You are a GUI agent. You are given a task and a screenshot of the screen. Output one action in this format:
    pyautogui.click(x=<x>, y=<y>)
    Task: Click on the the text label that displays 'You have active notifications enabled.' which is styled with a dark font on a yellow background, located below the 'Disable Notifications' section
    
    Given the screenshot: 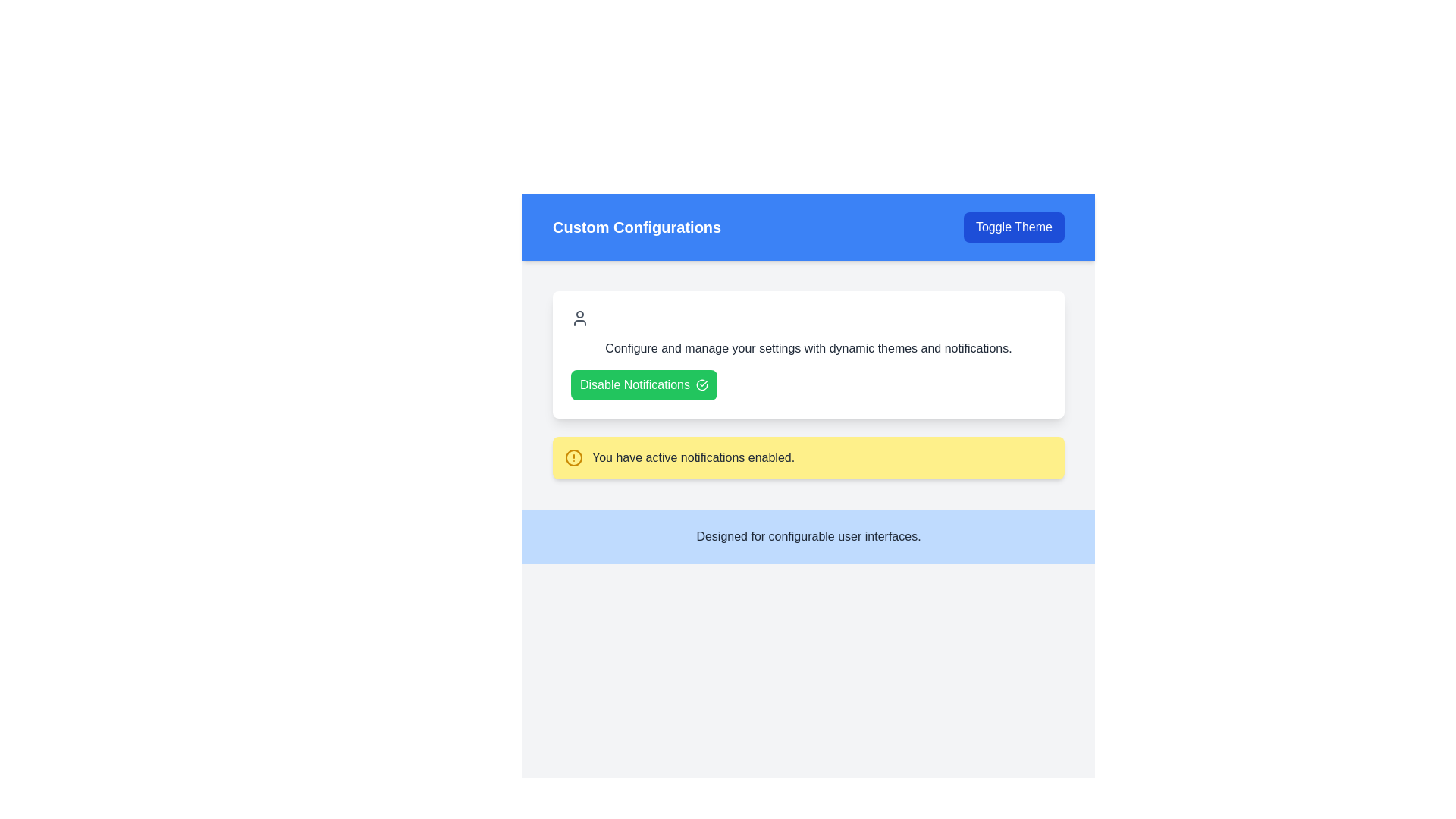 What is the action you would take?
    pyautogui.click(x=692, y=457)
    